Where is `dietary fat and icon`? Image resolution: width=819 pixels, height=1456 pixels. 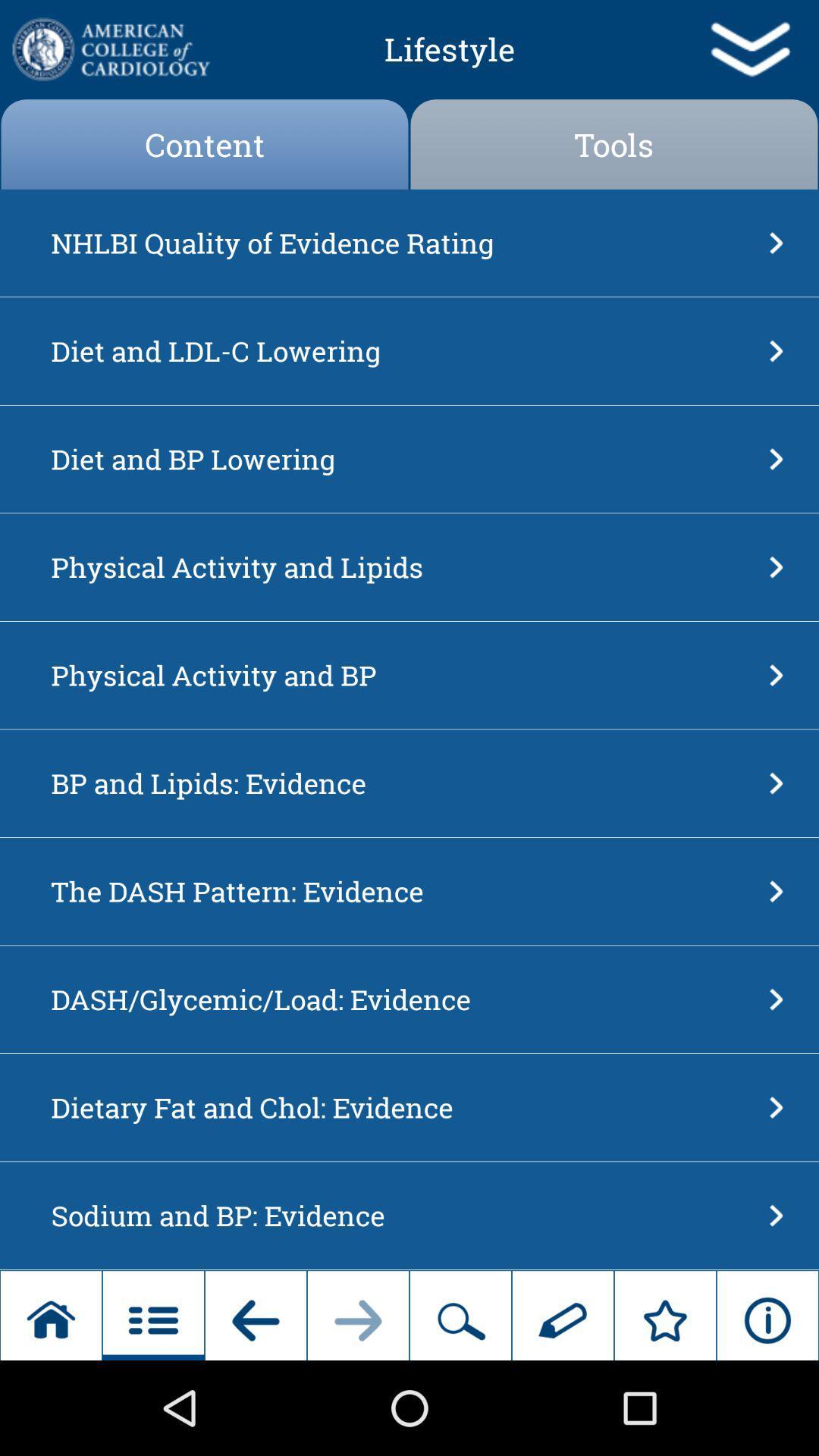 dietary fat and icon is located at coordinates (404, 1107).